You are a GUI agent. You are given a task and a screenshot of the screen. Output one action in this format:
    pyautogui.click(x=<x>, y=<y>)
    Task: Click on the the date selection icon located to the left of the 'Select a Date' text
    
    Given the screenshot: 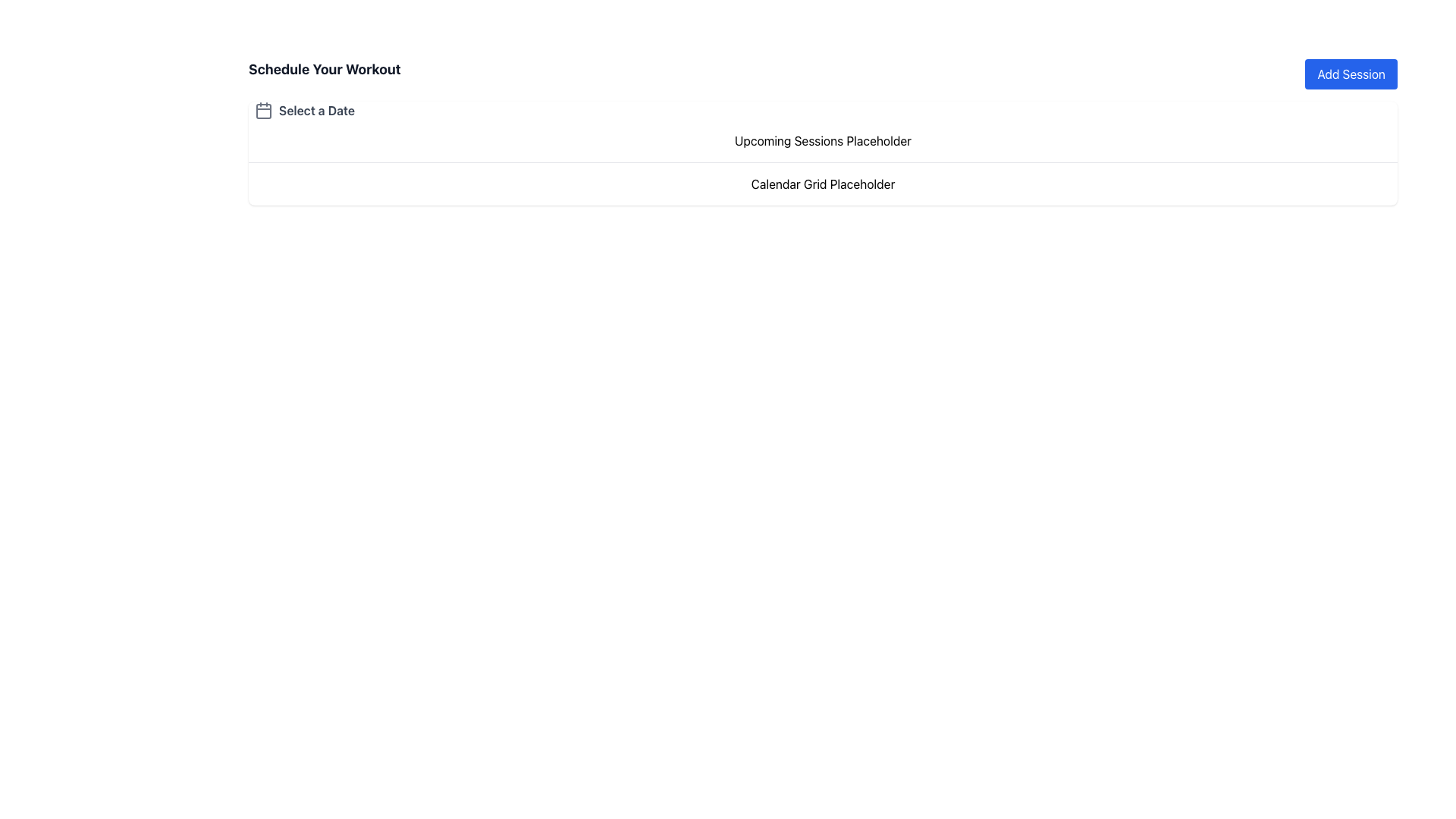 What is the action you would take?
    pyautogui.click(x=263, y=110)
    